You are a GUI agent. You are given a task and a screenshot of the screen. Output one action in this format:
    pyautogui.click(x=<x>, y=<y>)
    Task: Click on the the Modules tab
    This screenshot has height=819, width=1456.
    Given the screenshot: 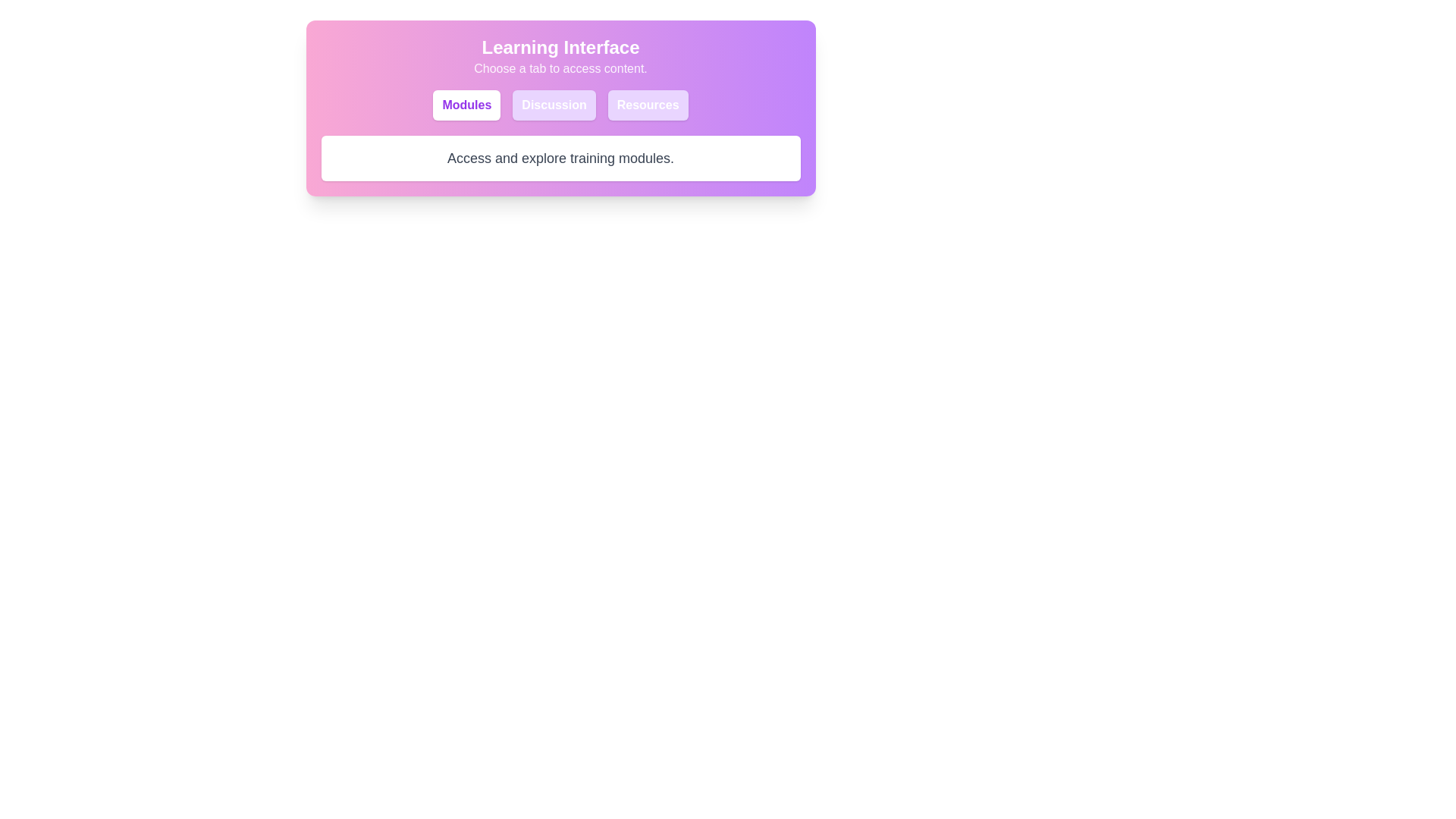 What is the action you would take?
    pyautogui.click(x=466, y=104)
    